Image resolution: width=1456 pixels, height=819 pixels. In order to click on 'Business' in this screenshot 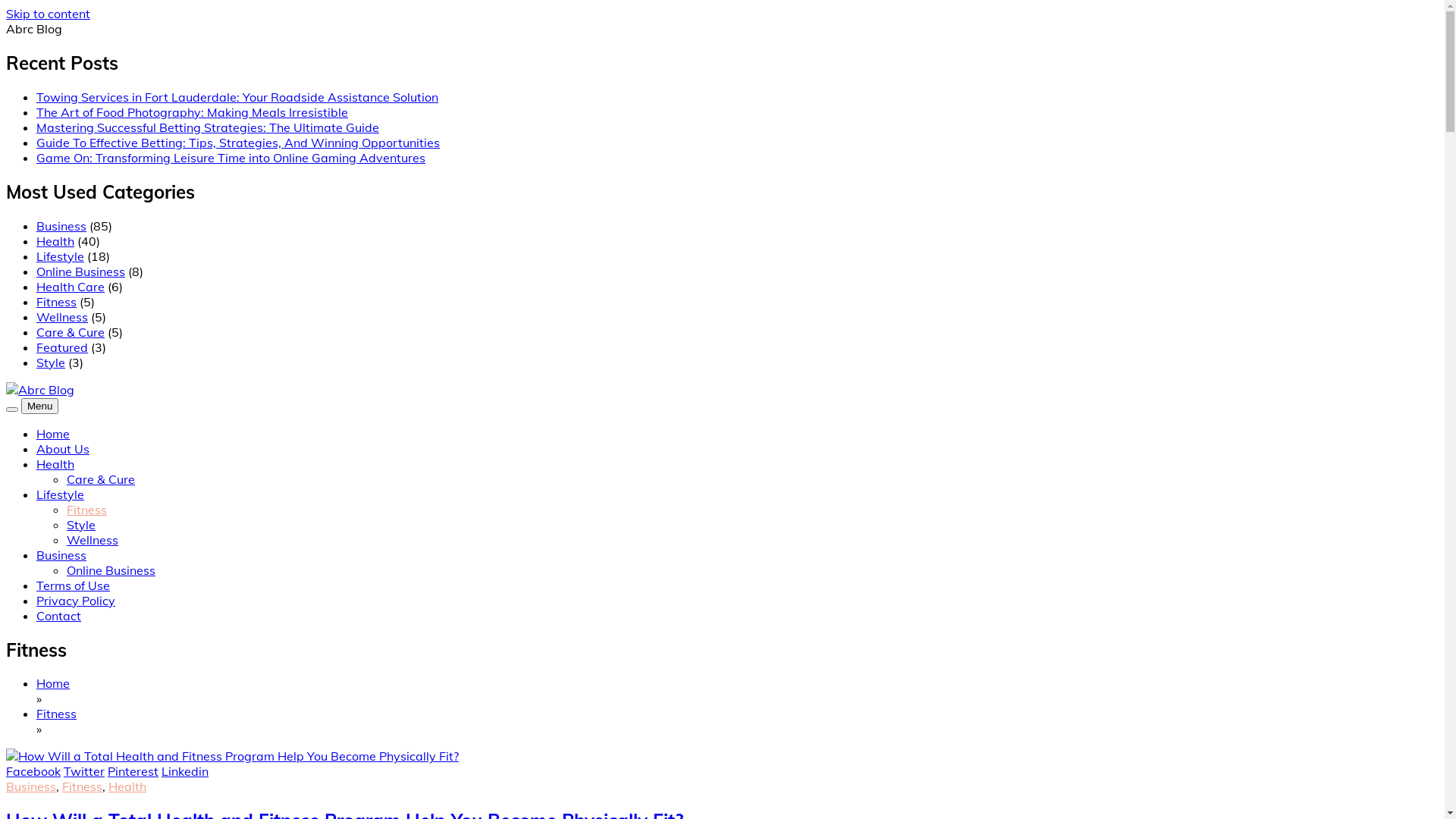, I will do `click(61, 555)`.